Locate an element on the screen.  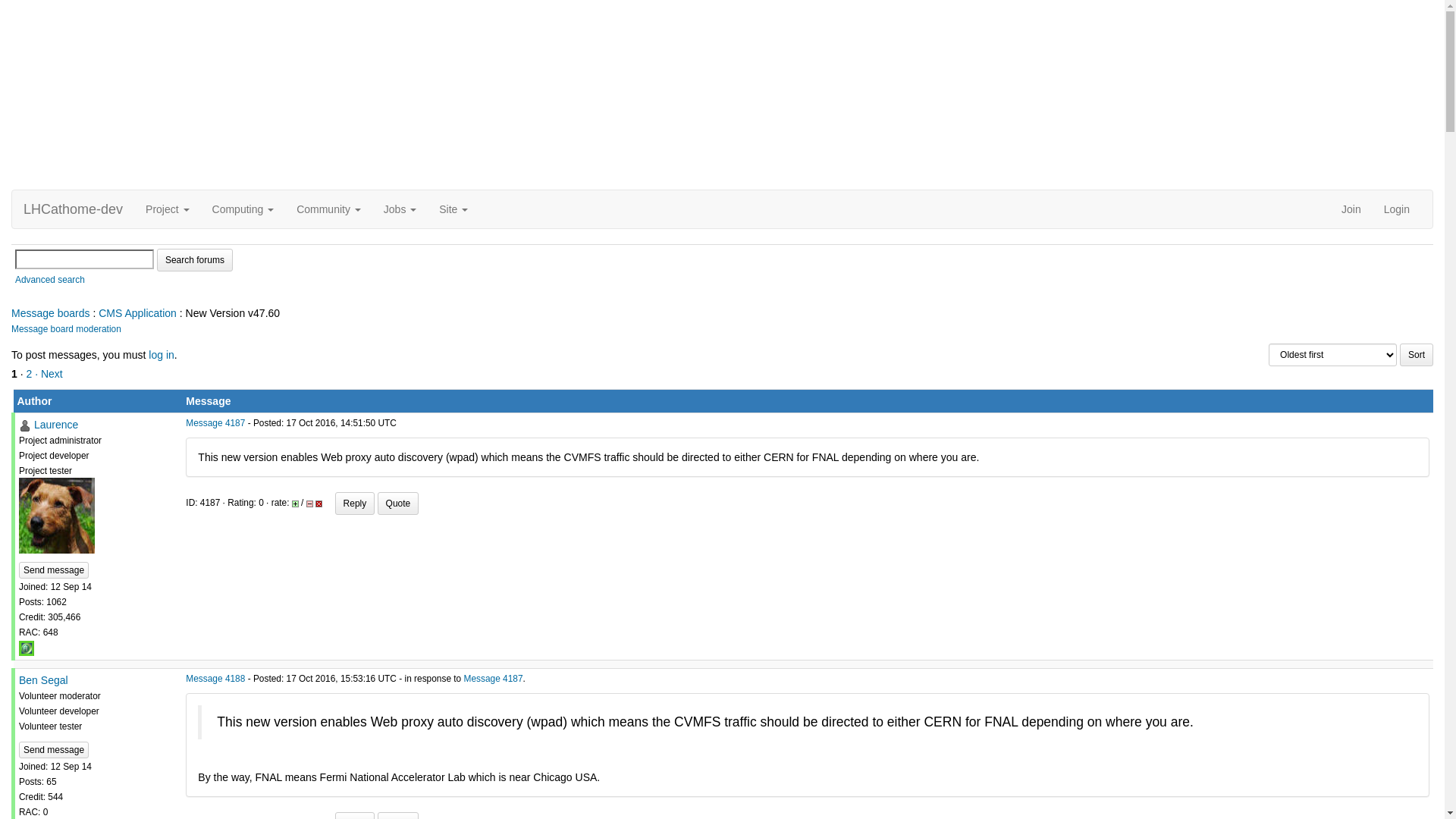
'Click if you don't like this message' is located at coordinates (309, 504).